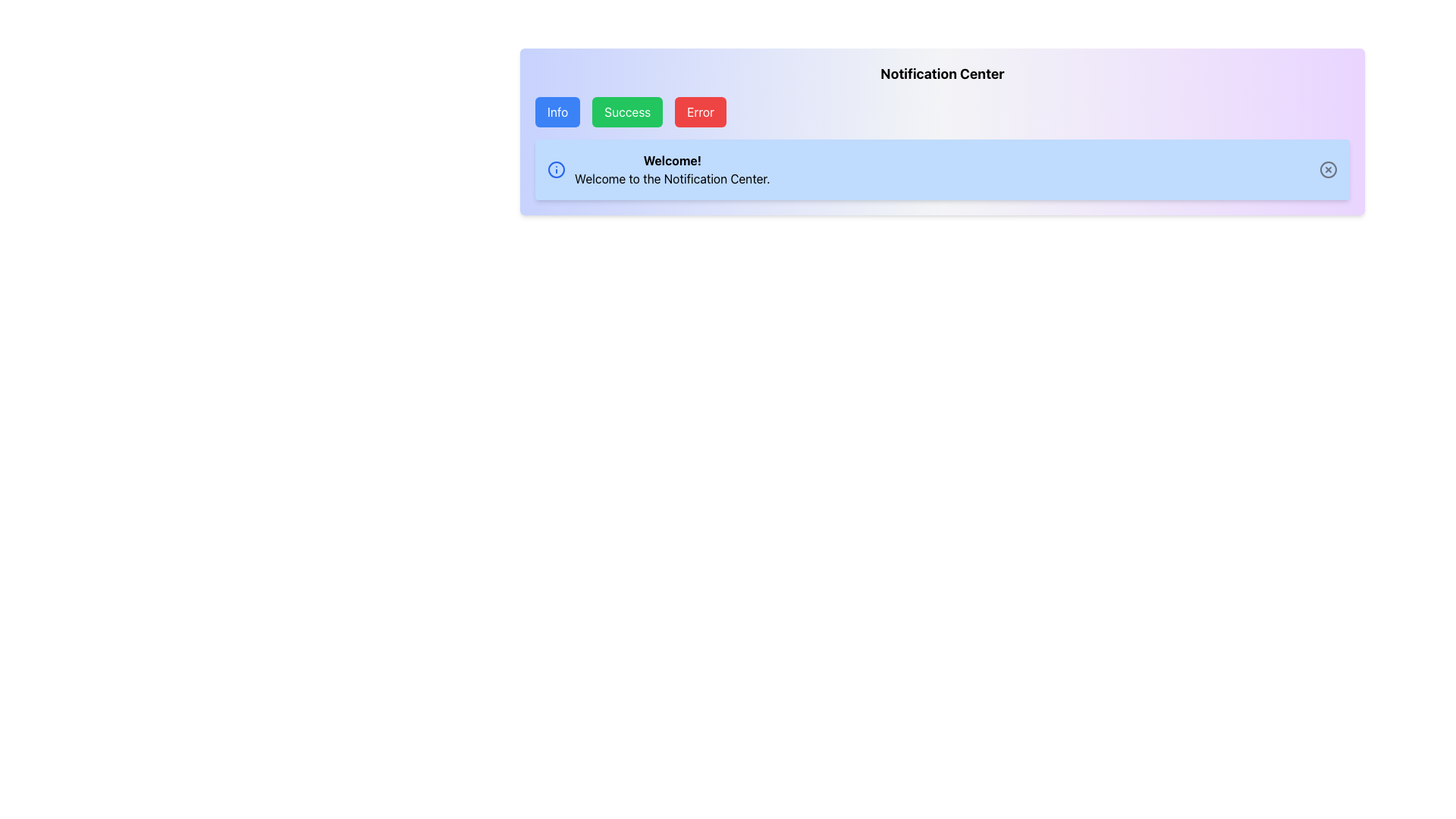 This screenshot has height=819, width=1456. I want to click on the dismissal button of the blue notification bar, so click(1328, 169).